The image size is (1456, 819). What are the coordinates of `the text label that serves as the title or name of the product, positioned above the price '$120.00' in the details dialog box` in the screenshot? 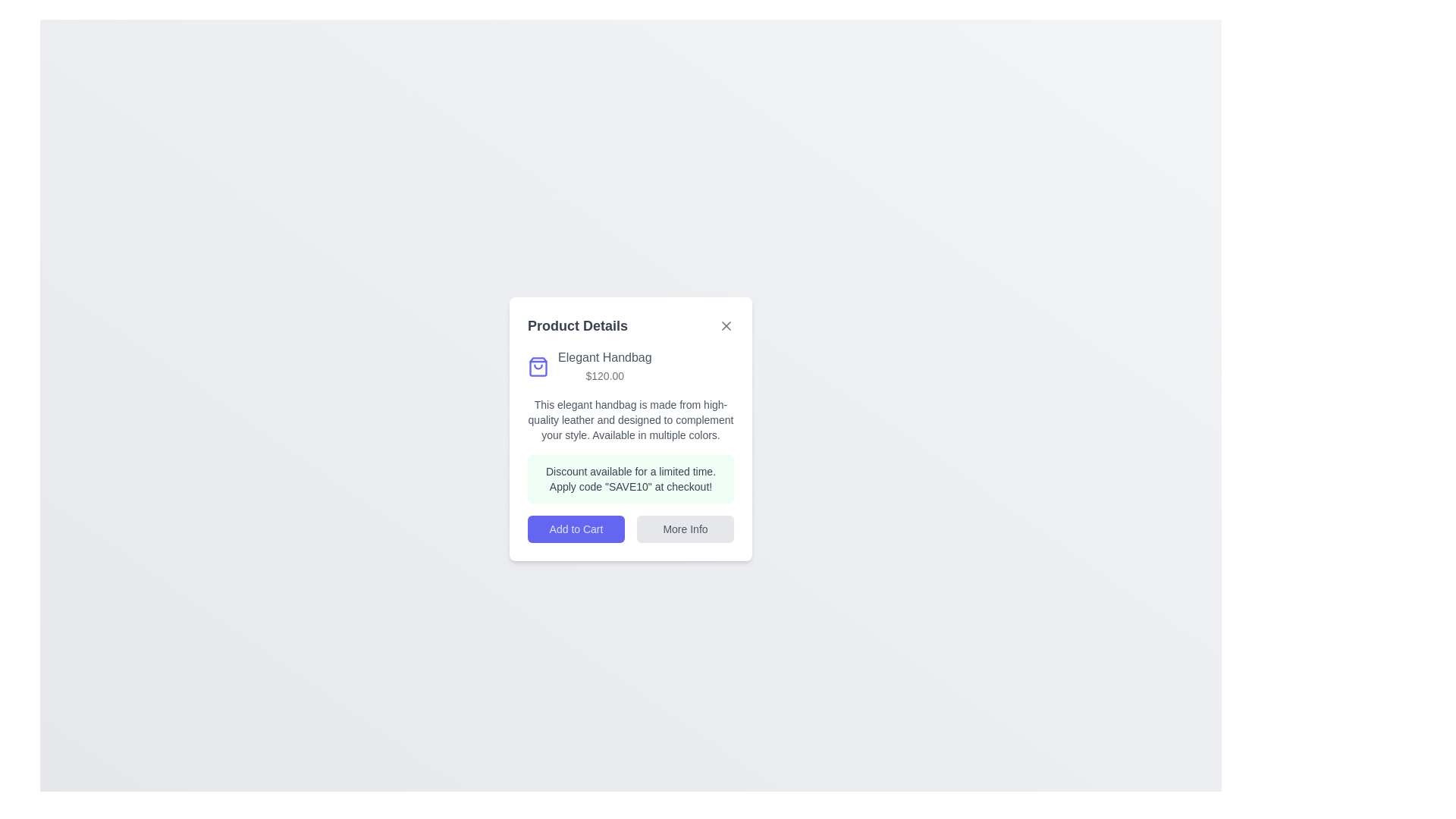 It's located at (604, 357).